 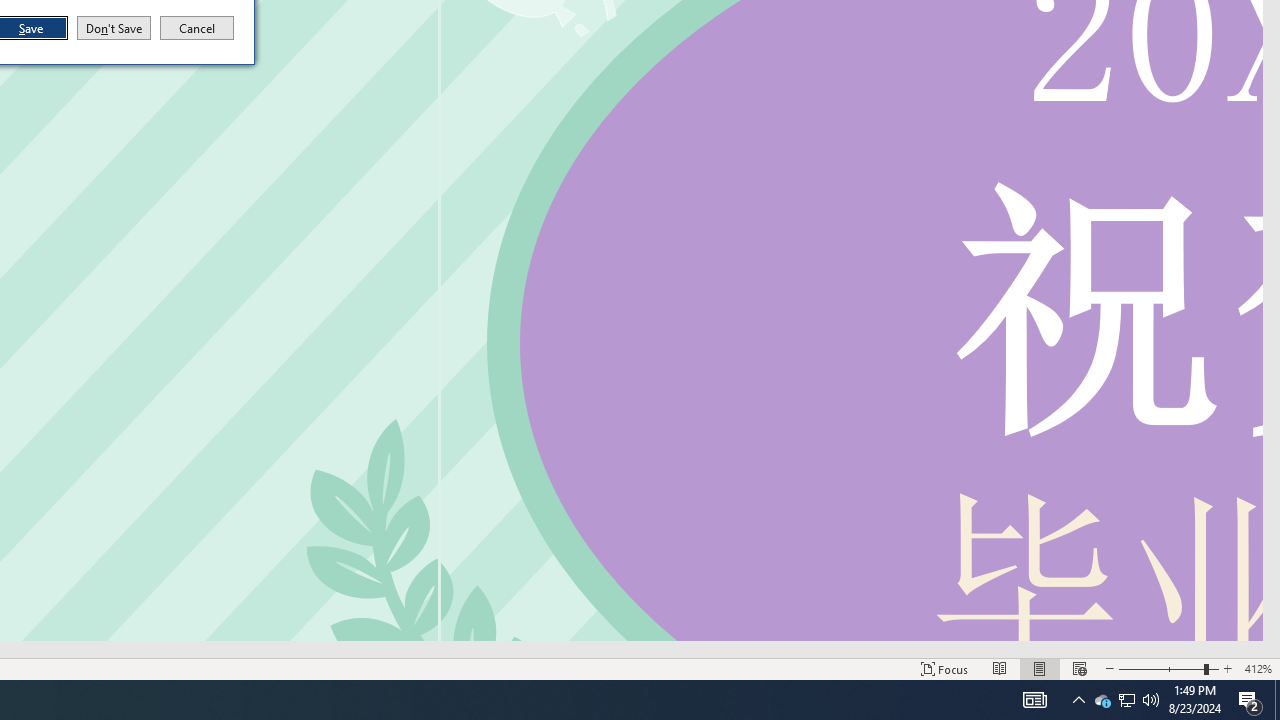 I want to click on 'Action Center, 2 new notifications', so click(x=1250, y=698).